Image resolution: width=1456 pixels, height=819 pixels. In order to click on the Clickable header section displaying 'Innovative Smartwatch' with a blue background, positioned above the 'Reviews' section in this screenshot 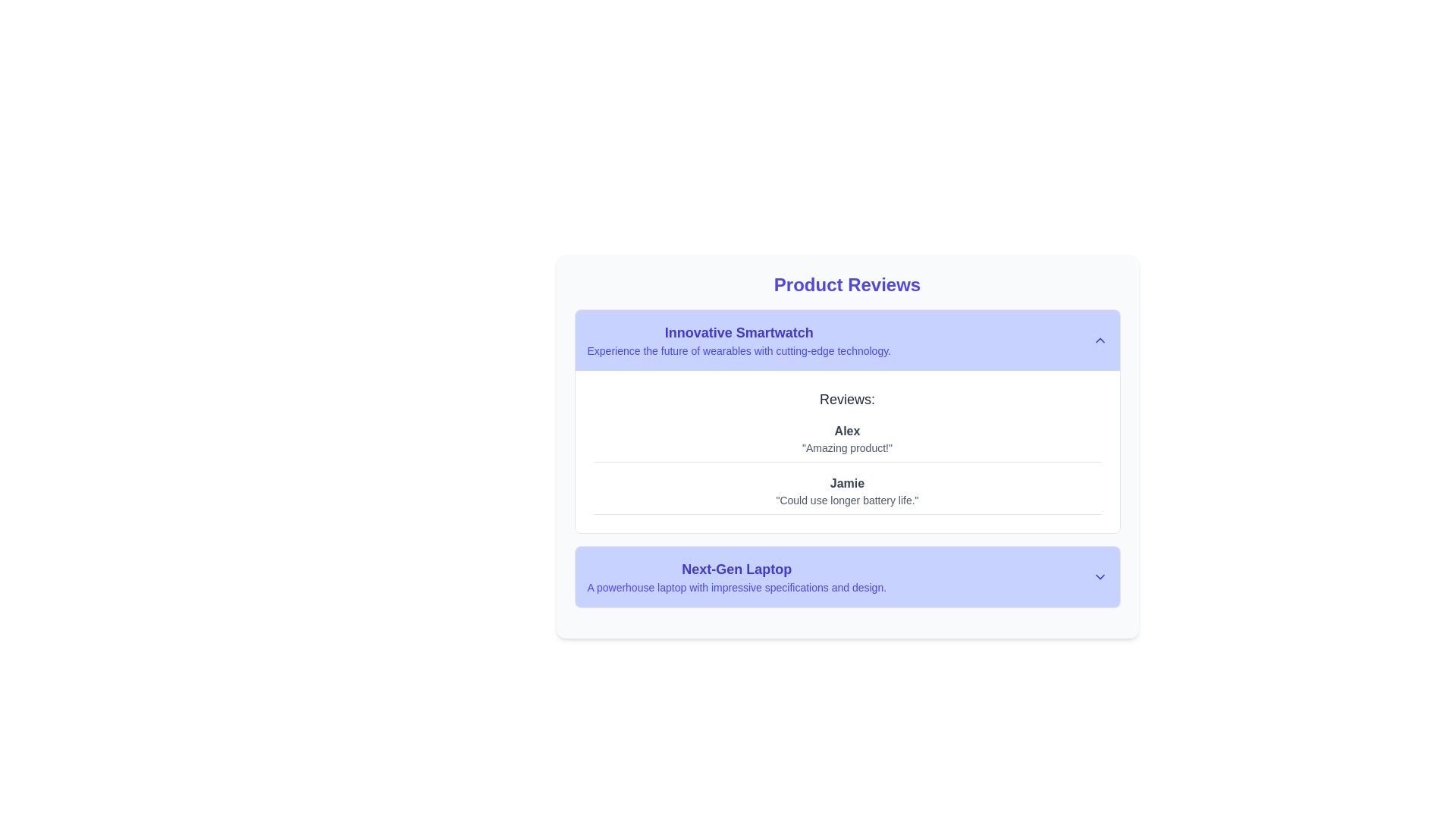, I will do `click(846, 339)`.